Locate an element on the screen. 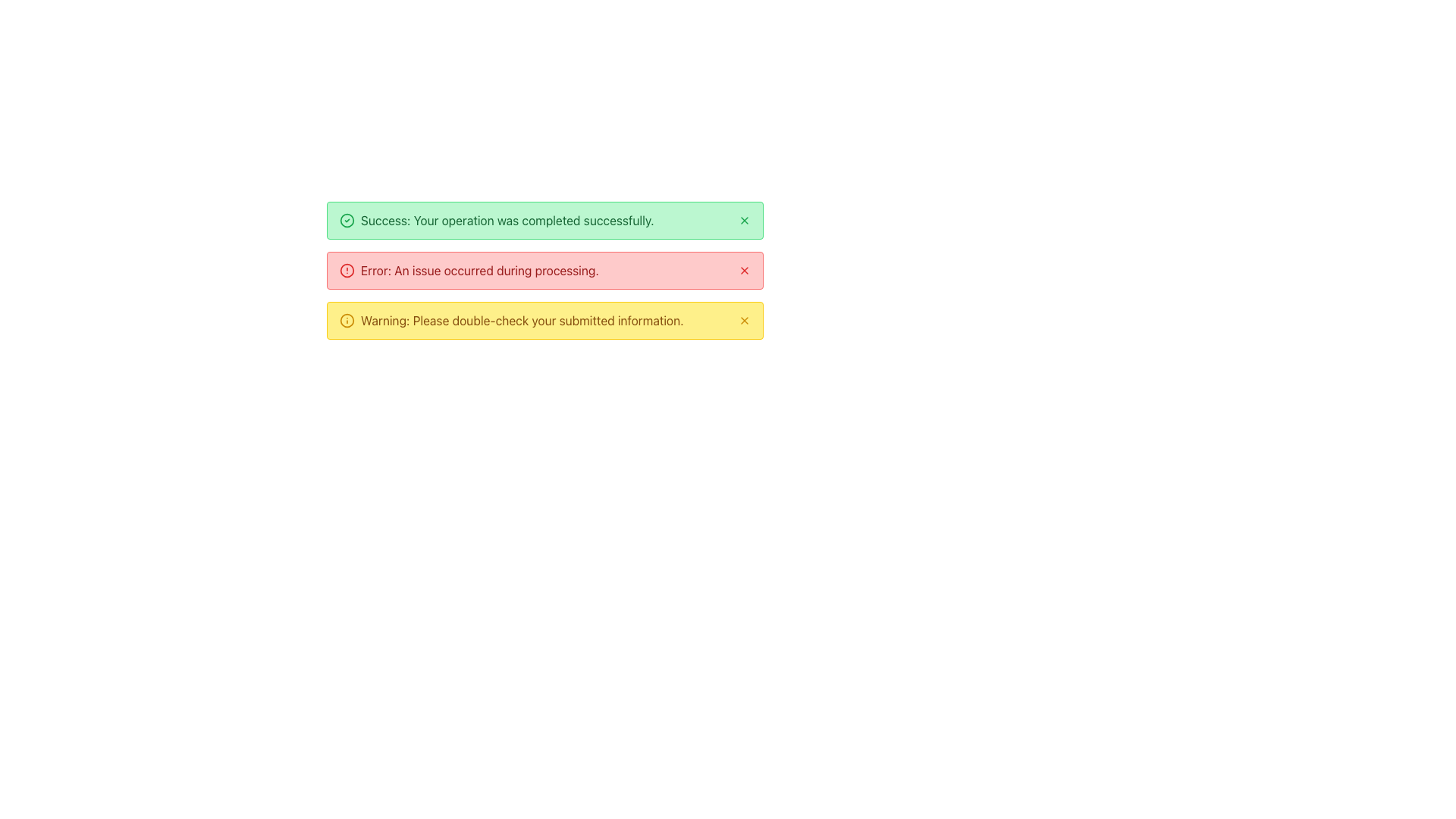 This screenshot has width=1456, height=819. the close button labeled 'X' on the far-right side of the red notification bar that indicates an error occurred during processing is located at coordinates (745, 270).